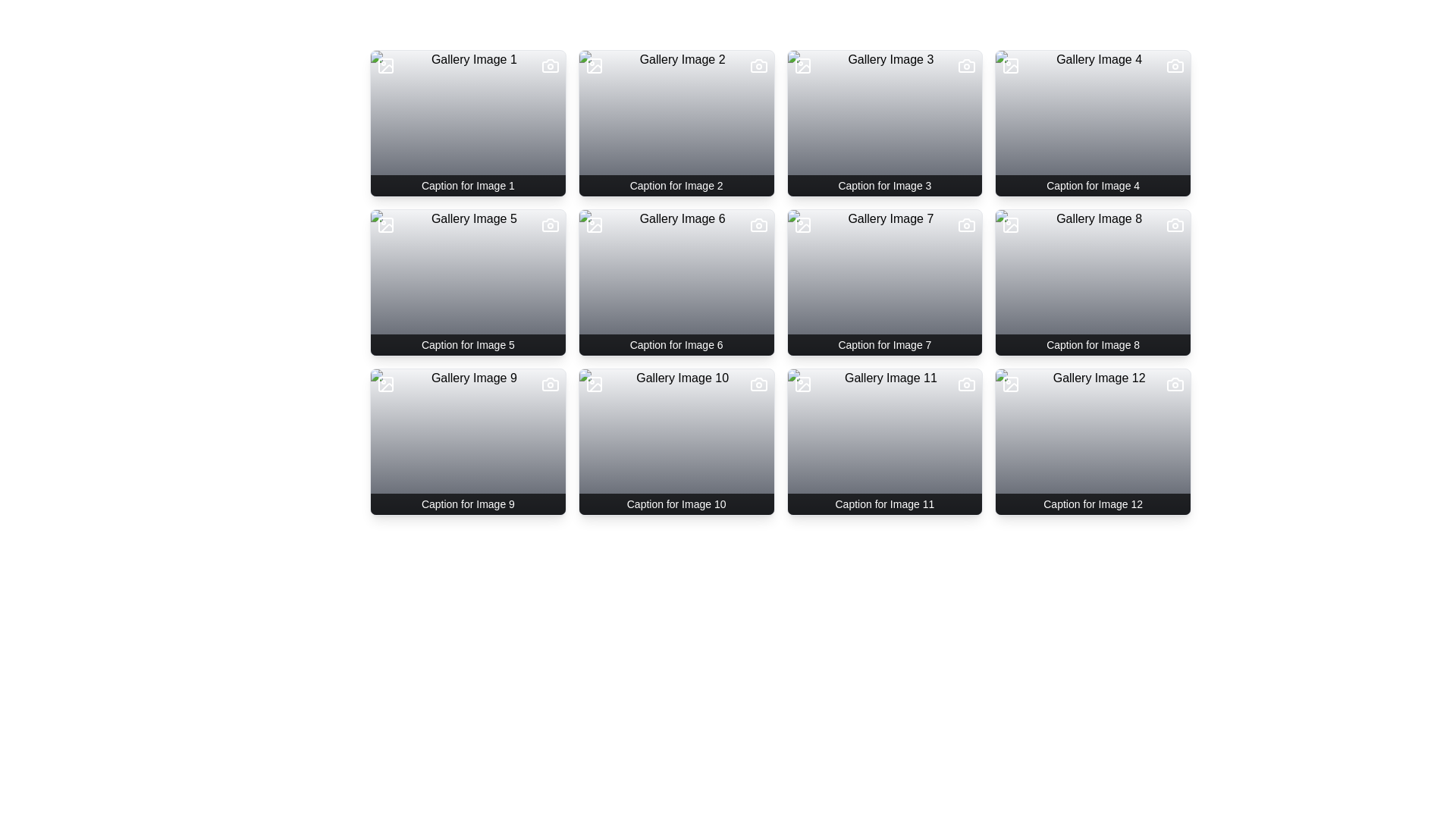 This screenshot has width=1456, height=819. I want to click on the Decorative overlay that enhances the readability of other overlay elements in the 'Gallery Image 4' component, so click(1093, 122).